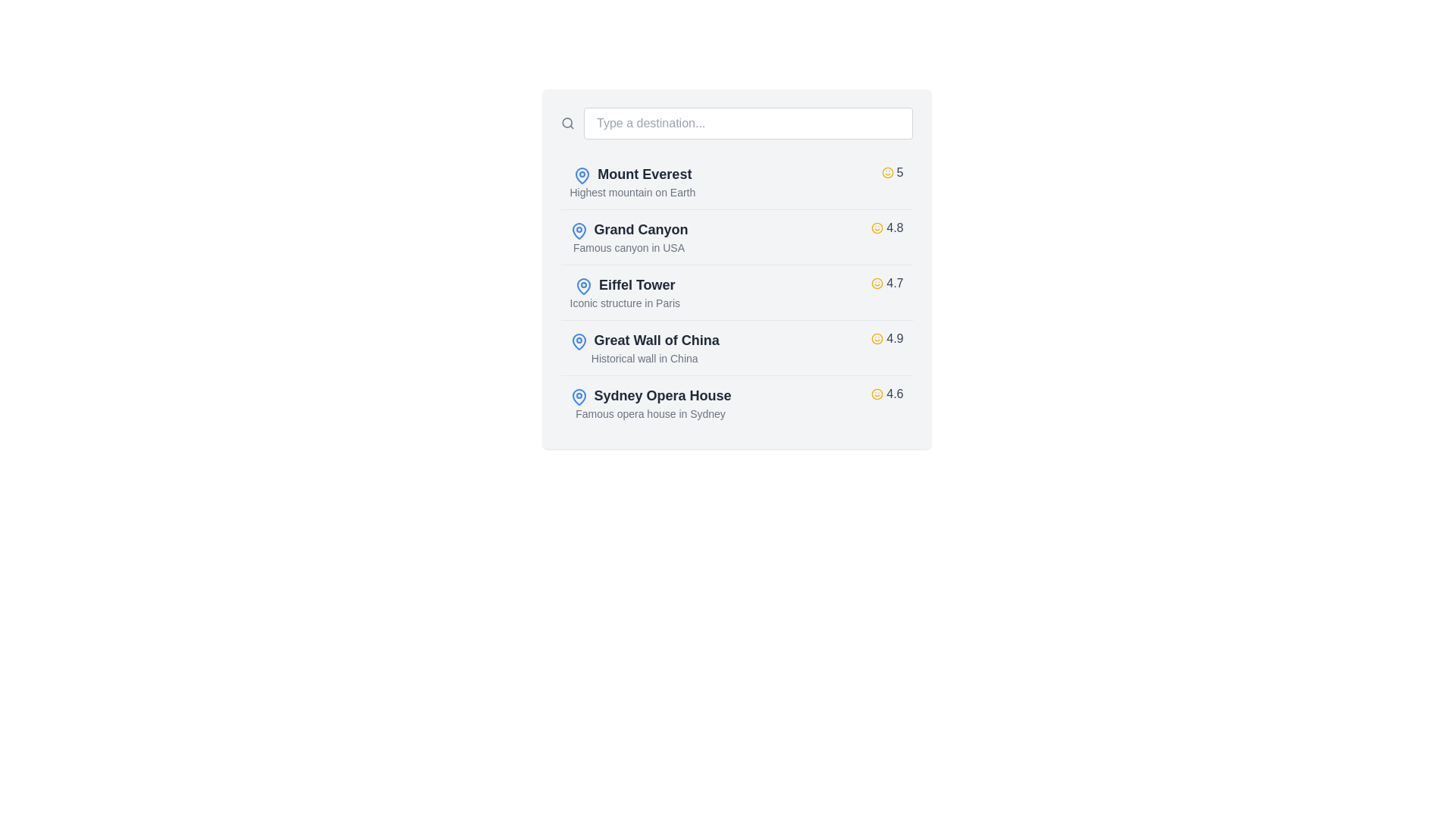 Image resolution: width=1456 pixels, height=819 pixels. Describe the element at coordinates (736, 292) in the screenshot. I see `the third list item displaying information about the Eiffel Tower` at that location.